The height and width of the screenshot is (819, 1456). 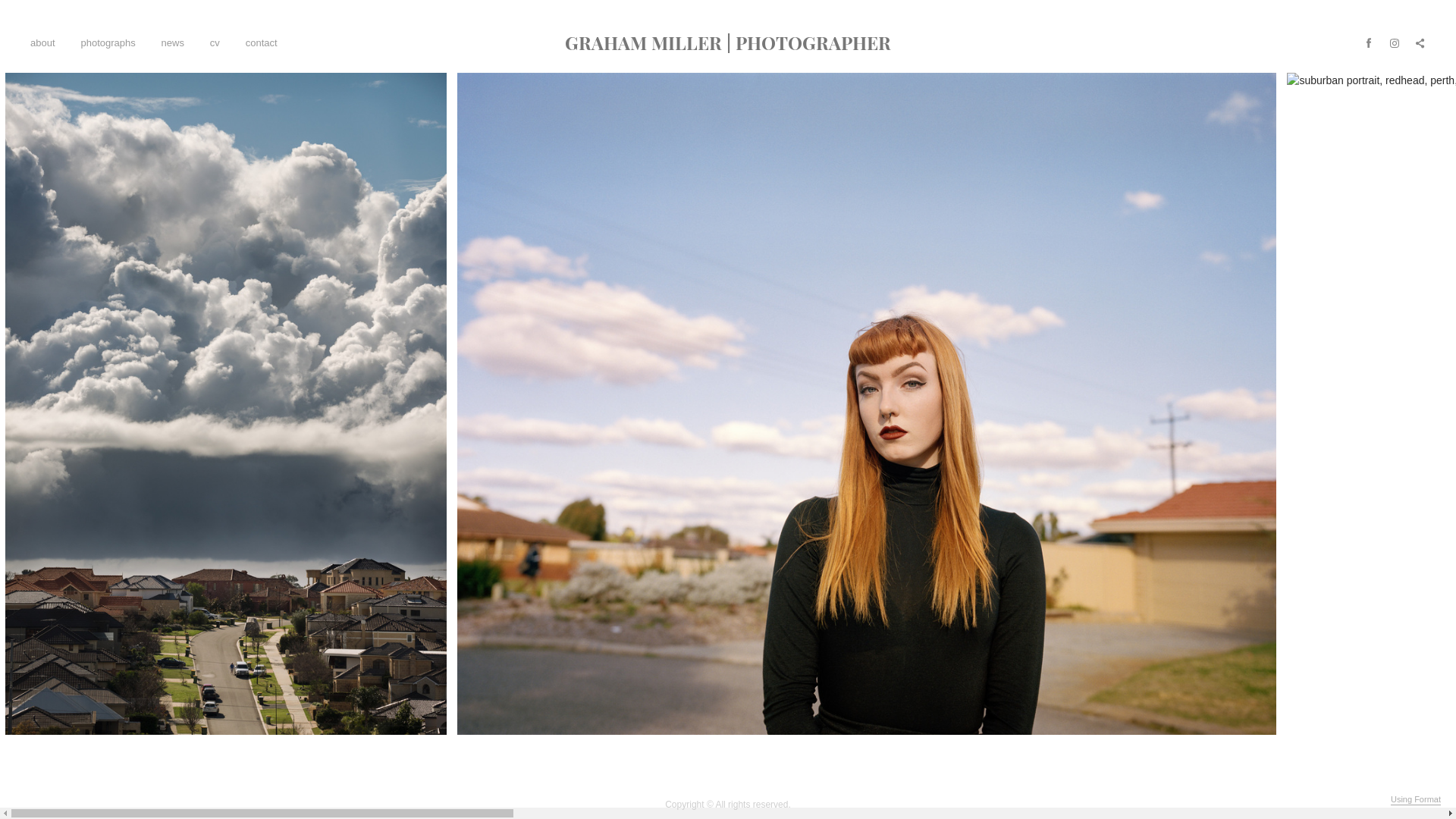 What do you see at coordinates (1390, 799) in the screenshot?
I see `'Using Format'` at bounding box center [1390, 799].